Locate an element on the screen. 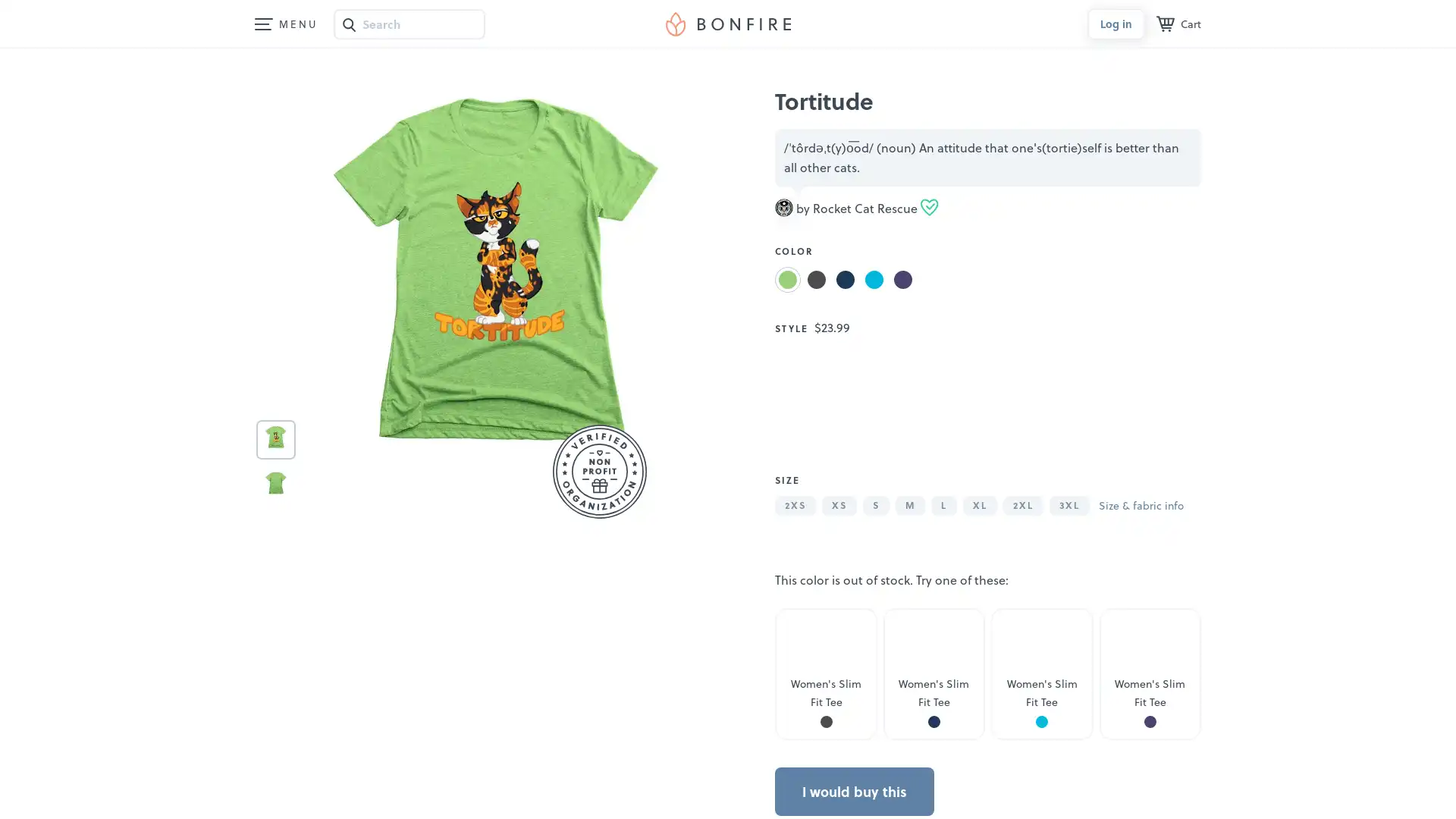 This screenshot has width=1456, height=819. I would buy this is located at coordinates (855, 792).